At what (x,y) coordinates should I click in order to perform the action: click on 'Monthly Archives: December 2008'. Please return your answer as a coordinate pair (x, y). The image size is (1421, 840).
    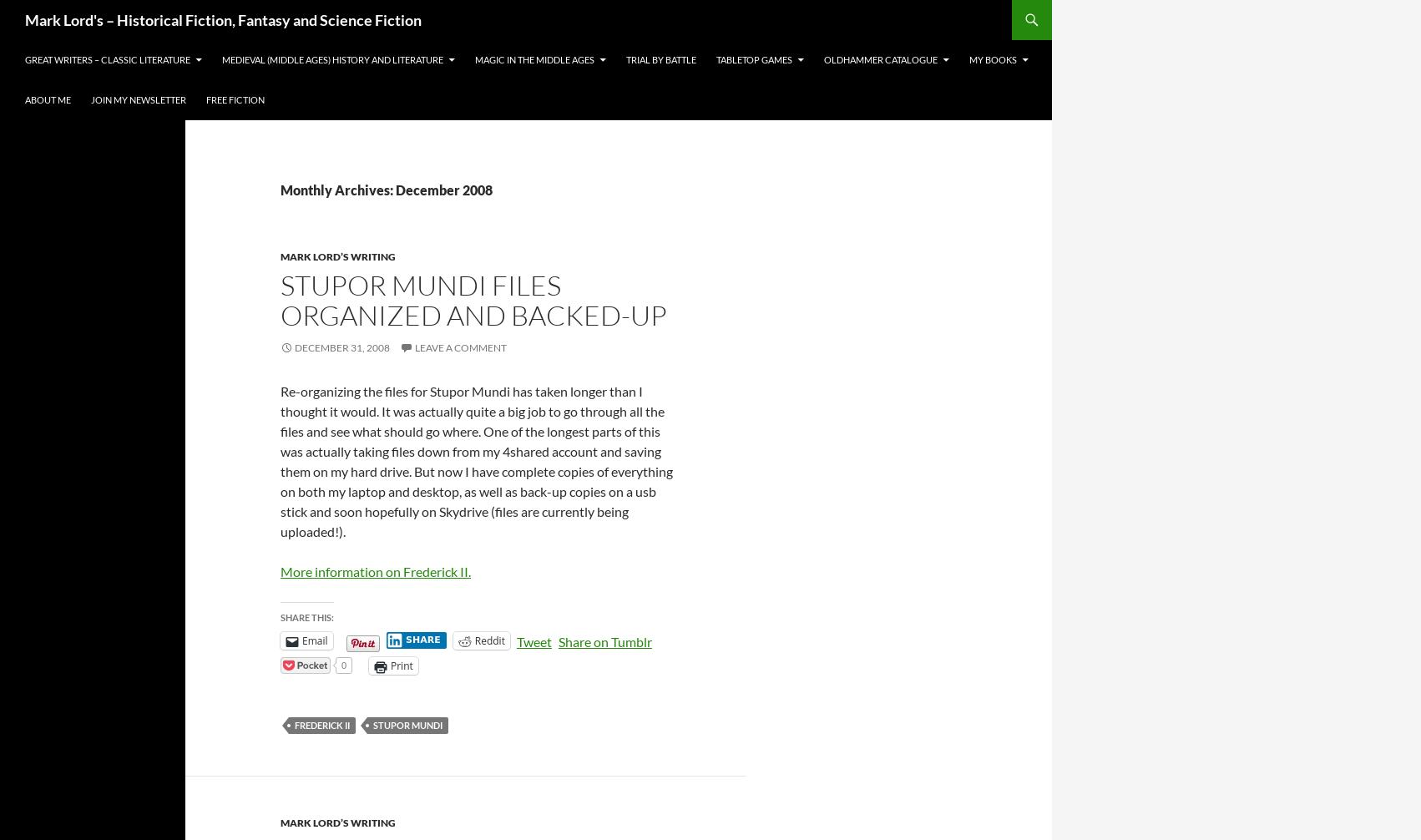
    Looking at the image, I should click on (385, 190).